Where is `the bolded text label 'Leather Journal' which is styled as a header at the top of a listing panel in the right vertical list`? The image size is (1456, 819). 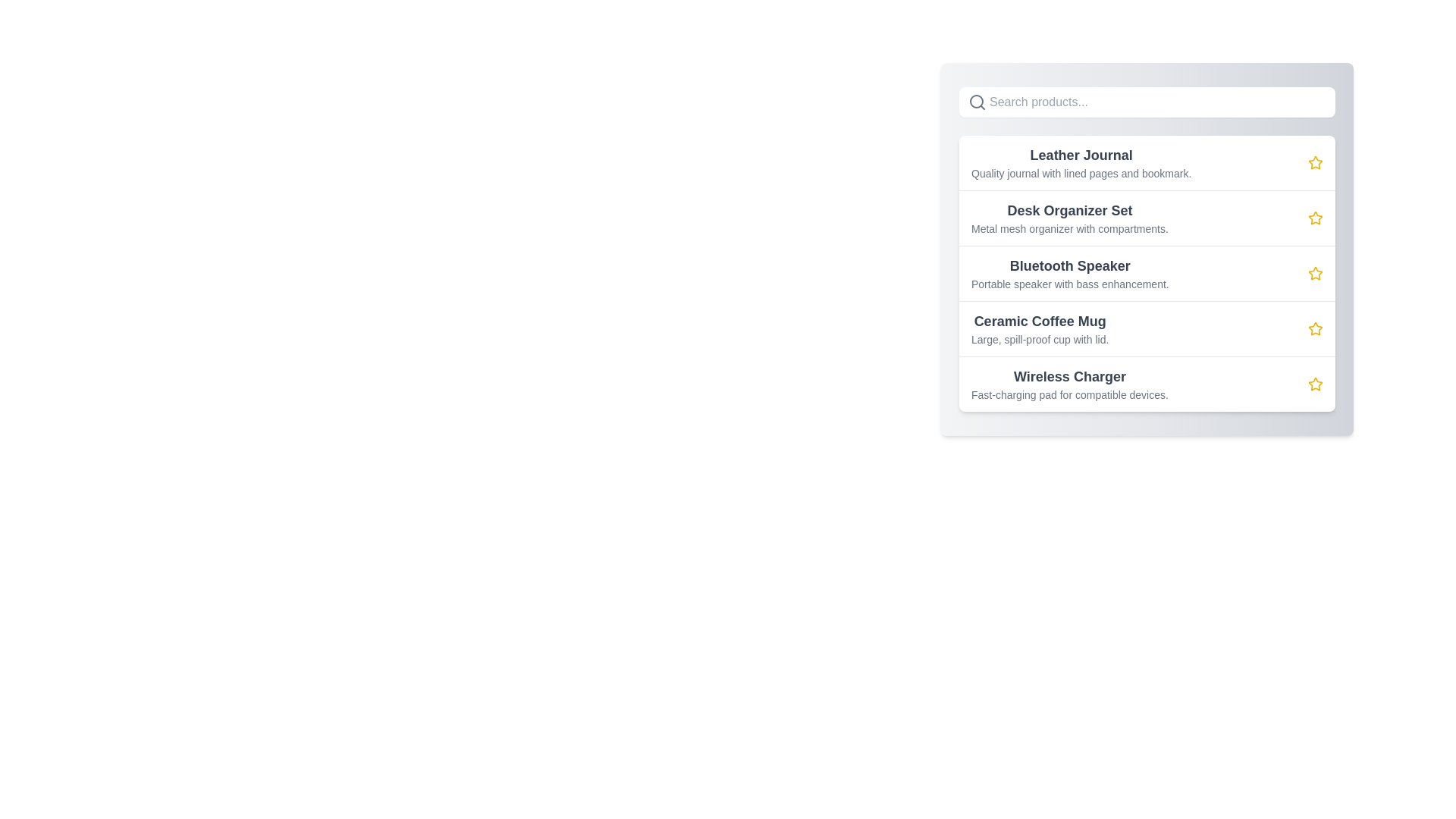
the bolded text label 'Leather Journal' which is styled as a header at the top of a listing panel in the right vertical list is located at coordinates (1081, 155).